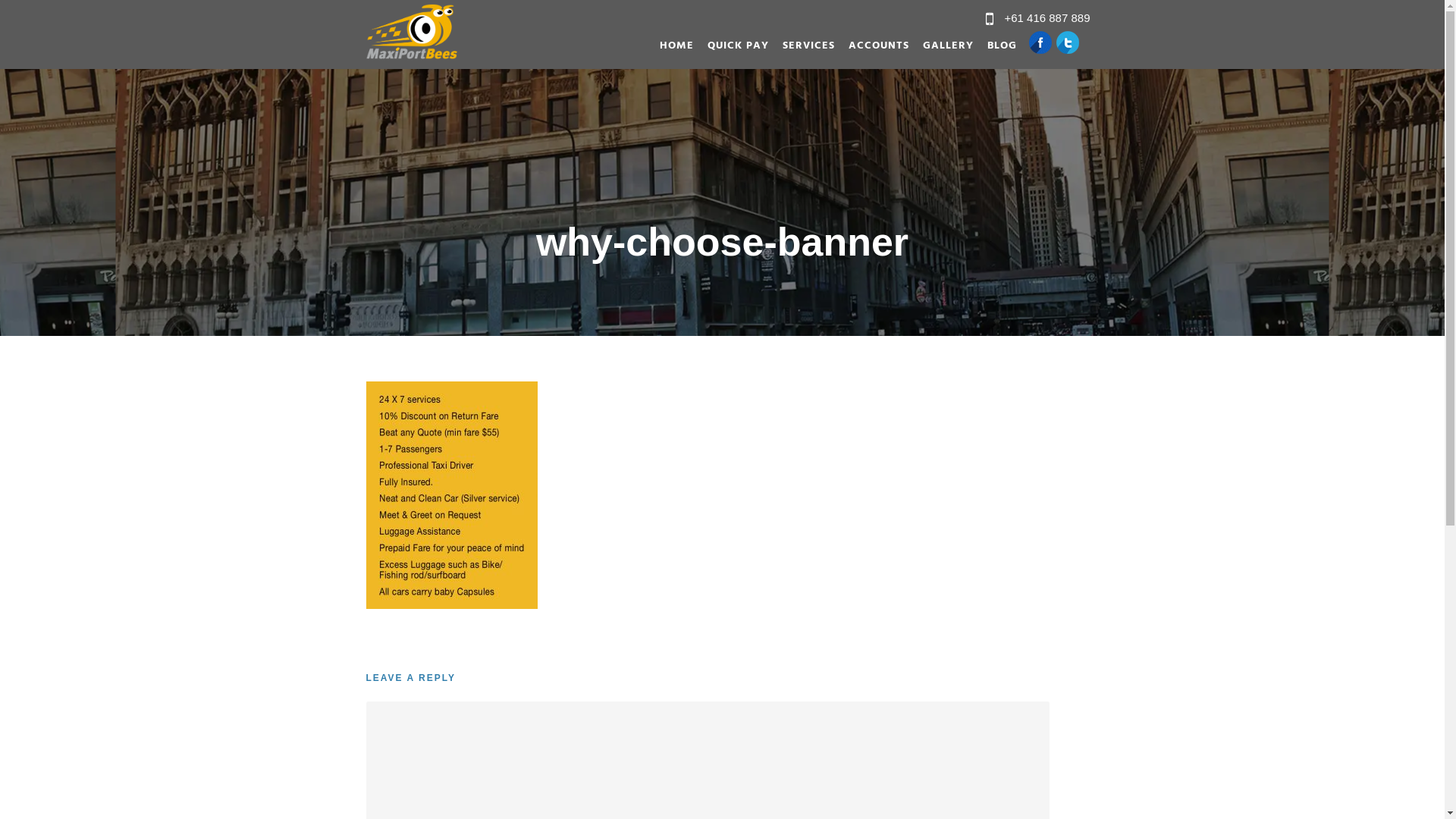 The height and width of the screenshot is (819, 1456). I want to click on 'ACCOUNTS', so click(871, 49).